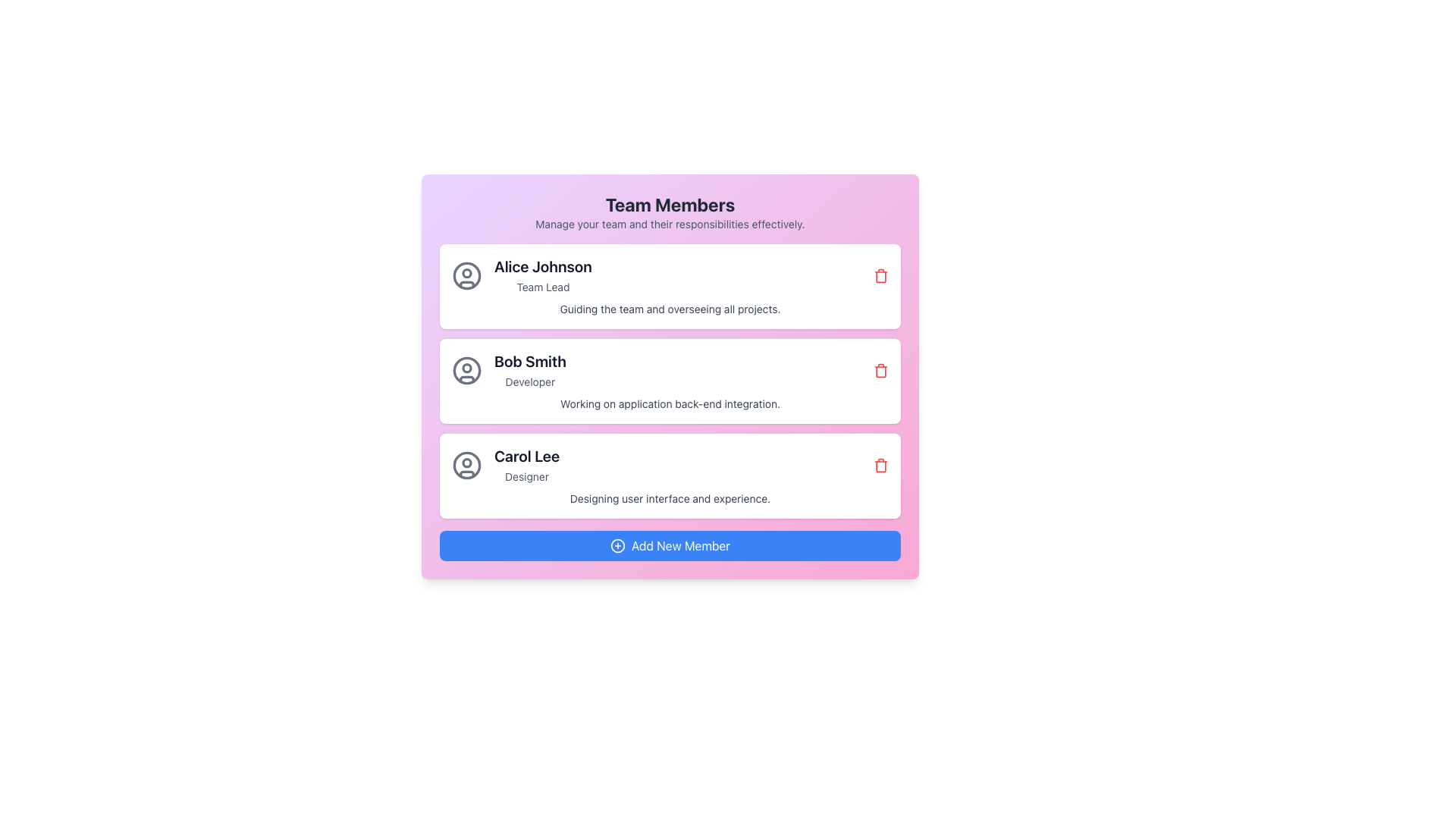 The image size is (1456, 819). Describe the element at coordinates (466, 271) in the screenshot. I see `the SVG circle representing the user's head in the profile icon for Alice Johnson located in the top-left corner of the first card` at that location.